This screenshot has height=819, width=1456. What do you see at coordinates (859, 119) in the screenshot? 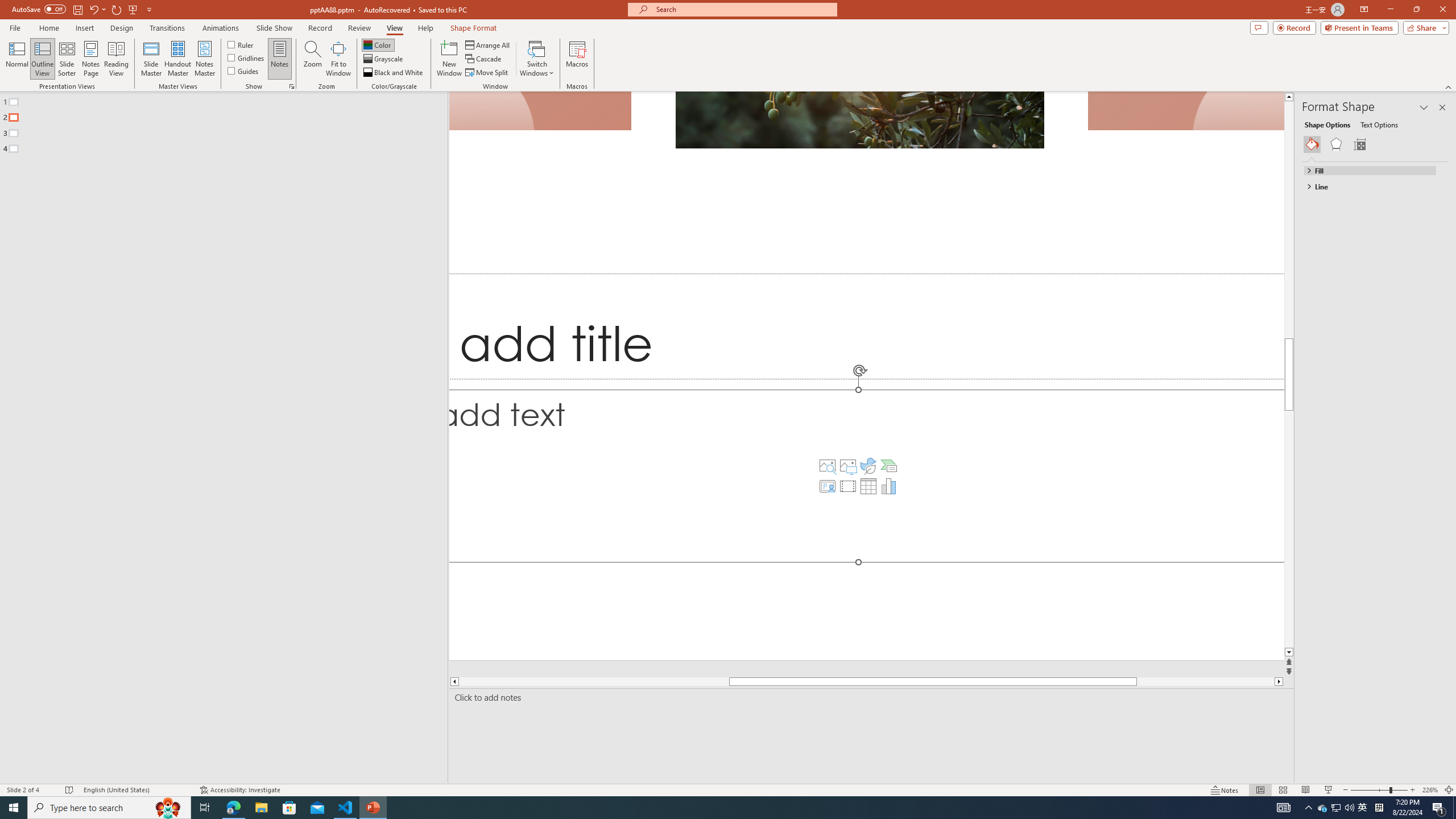
I see `'Close up of an olive branch on a sunset'` at bounding box center [859, 119].